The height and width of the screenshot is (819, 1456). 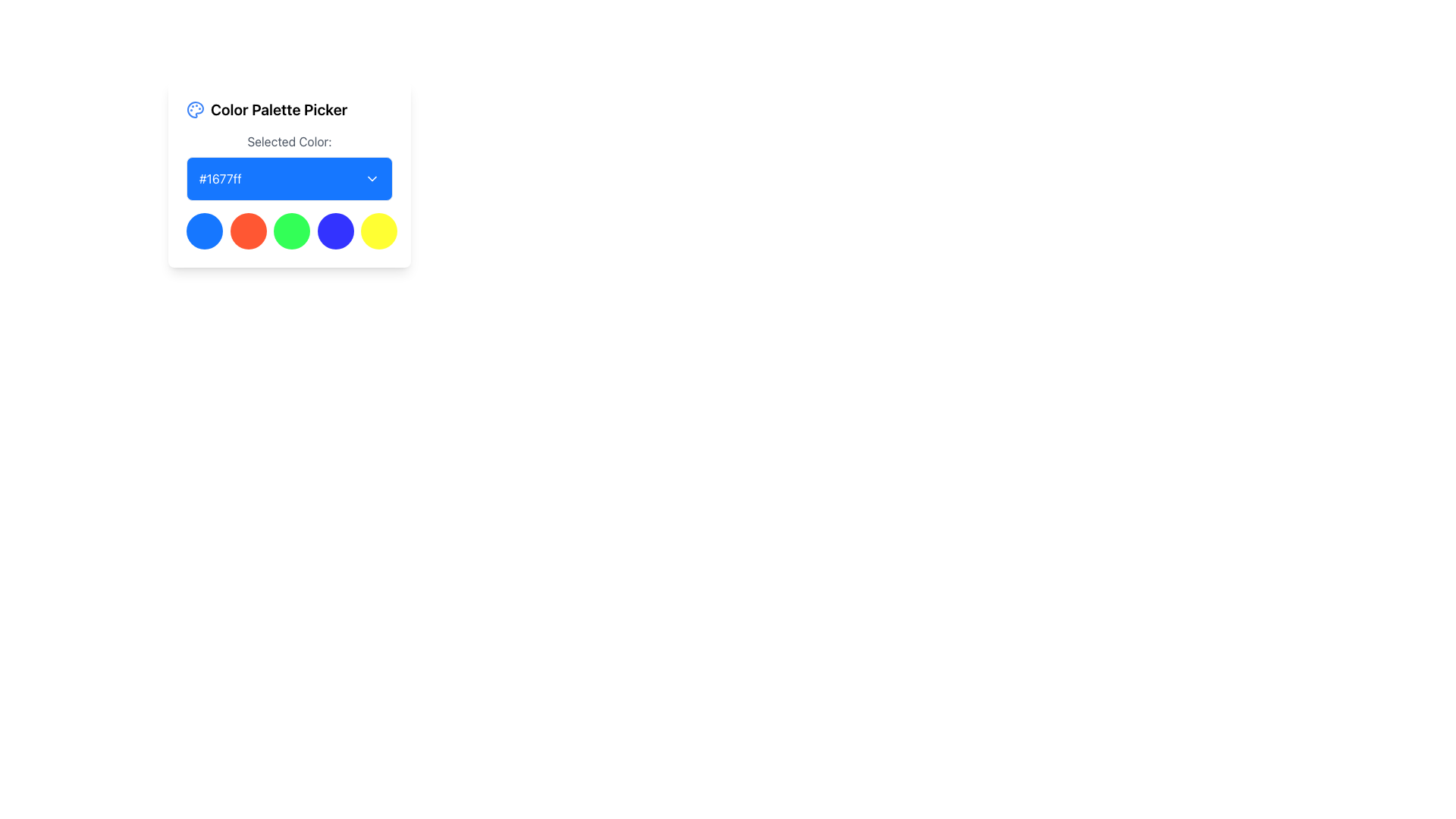 I want to click on the Static Icon located to the left of the 'Color Palette Picker' label, which serves as a branding element for the feature, so click(x=195, y=109).